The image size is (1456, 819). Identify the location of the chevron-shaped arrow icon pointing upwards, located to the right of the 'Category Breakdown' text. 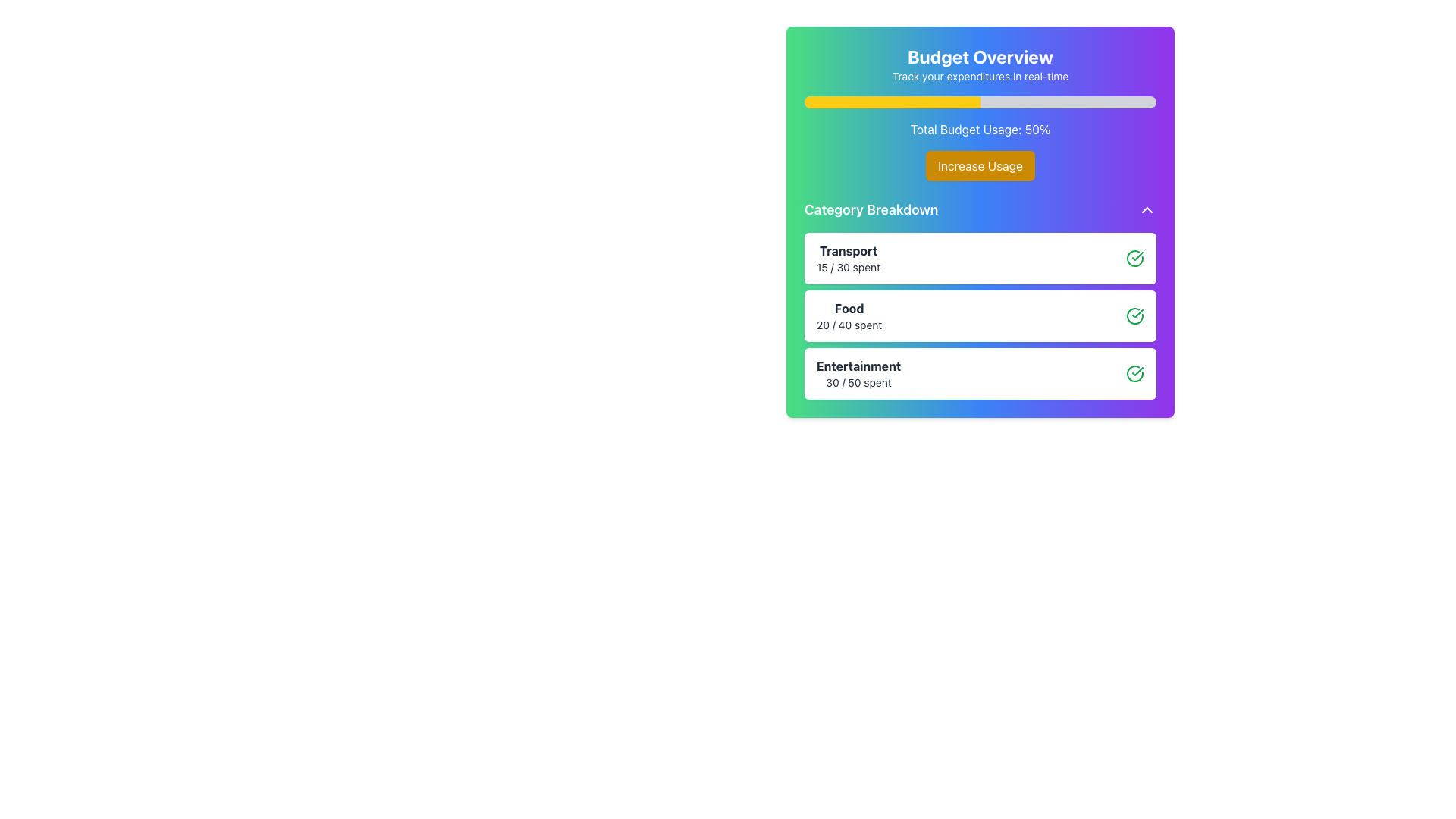
(1147, 210).